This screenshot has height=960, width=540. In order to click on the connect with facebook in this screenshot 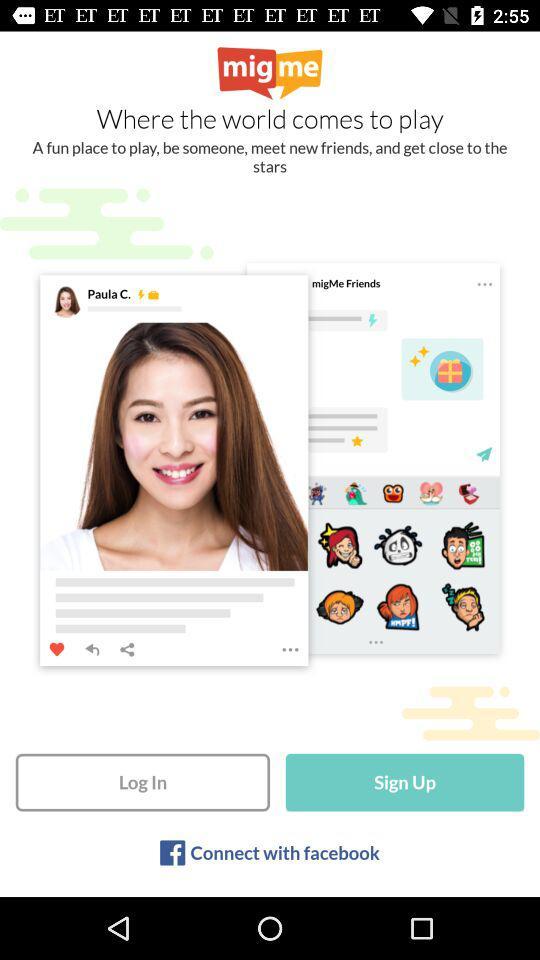, I will do `click(284, 851)`.